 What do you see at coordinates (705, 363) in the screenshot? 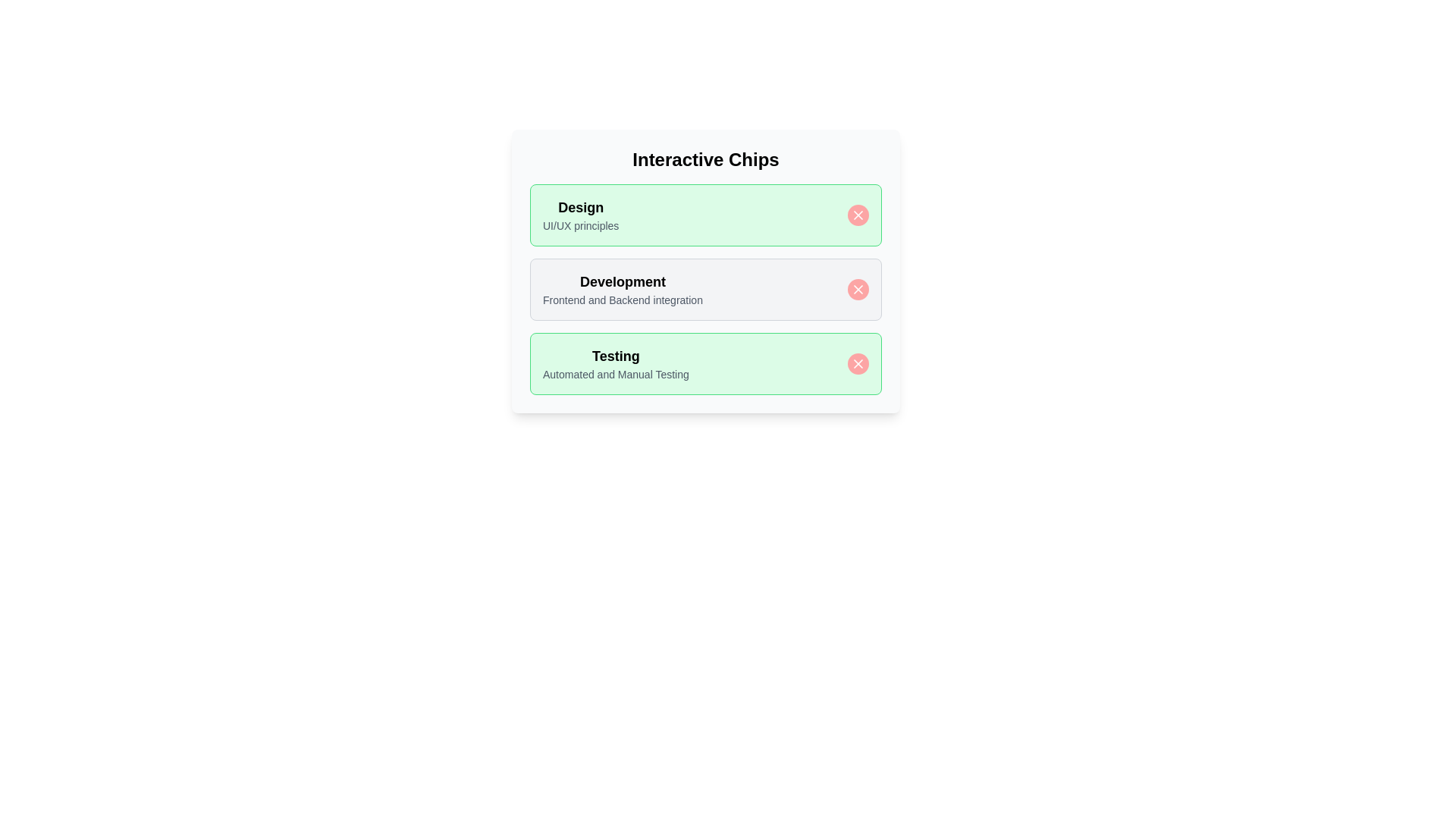
I see `the chip labeled 'Testing' to trigger its hover animation` at bounding box center [705, 363].